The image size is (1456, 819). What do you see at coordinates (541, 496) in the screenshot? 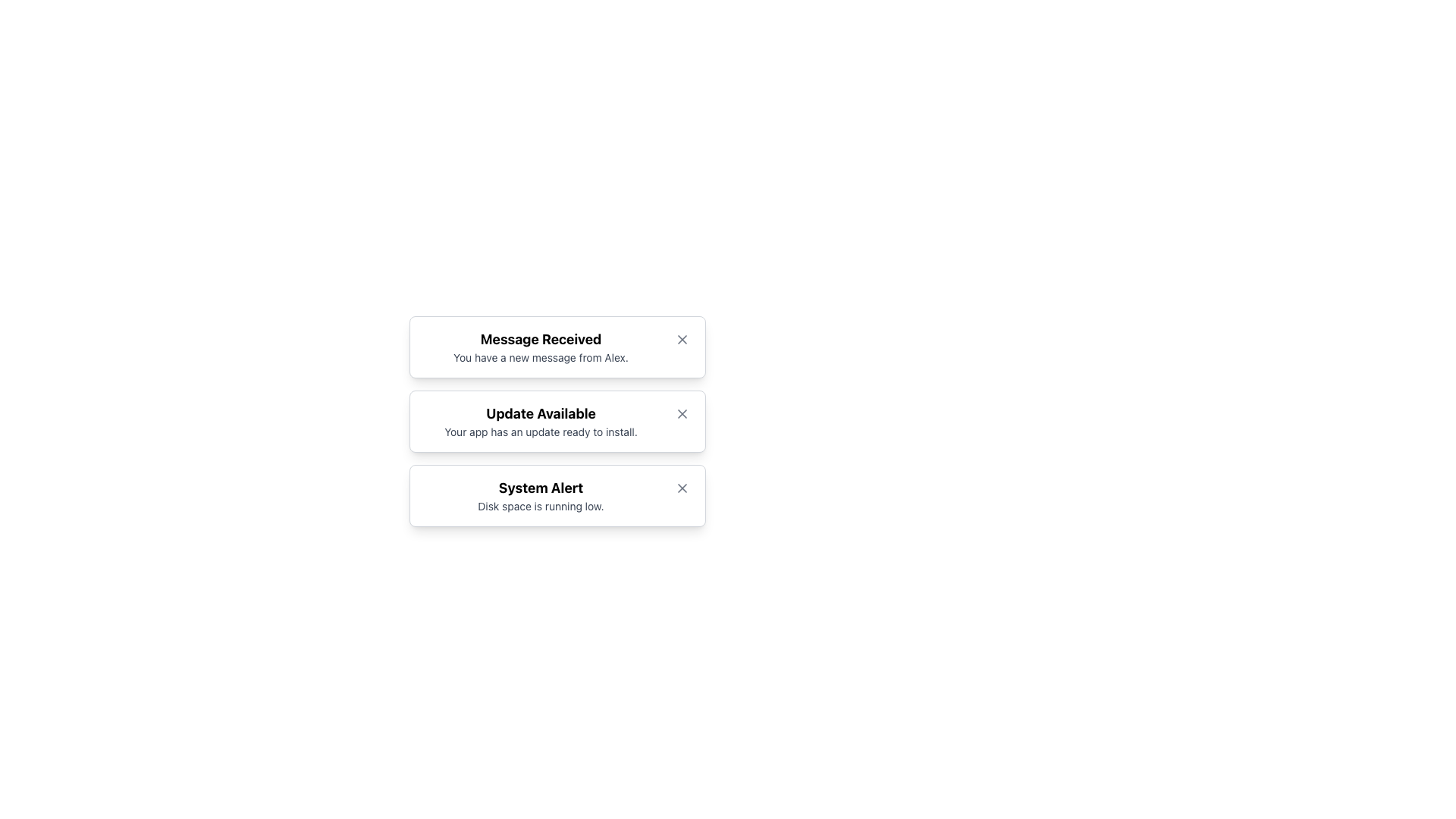
I see `text content of the third alert notification displaying 'System Alert' and 'Disk space is running low.'` at bounding box center [541, 496].